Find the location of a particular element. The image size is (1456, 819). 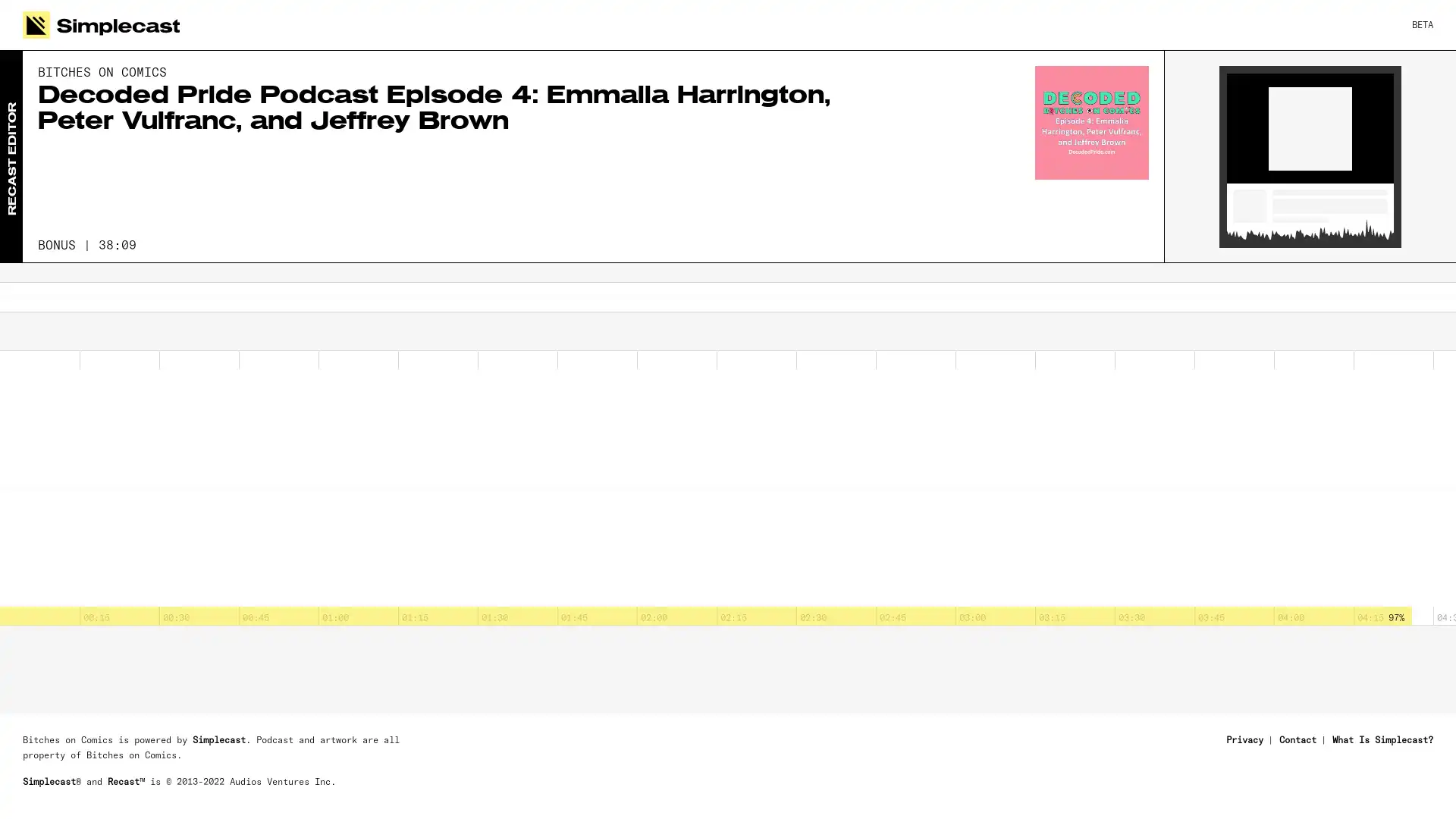

Recast & Share is located at coordinates (1358, 785).